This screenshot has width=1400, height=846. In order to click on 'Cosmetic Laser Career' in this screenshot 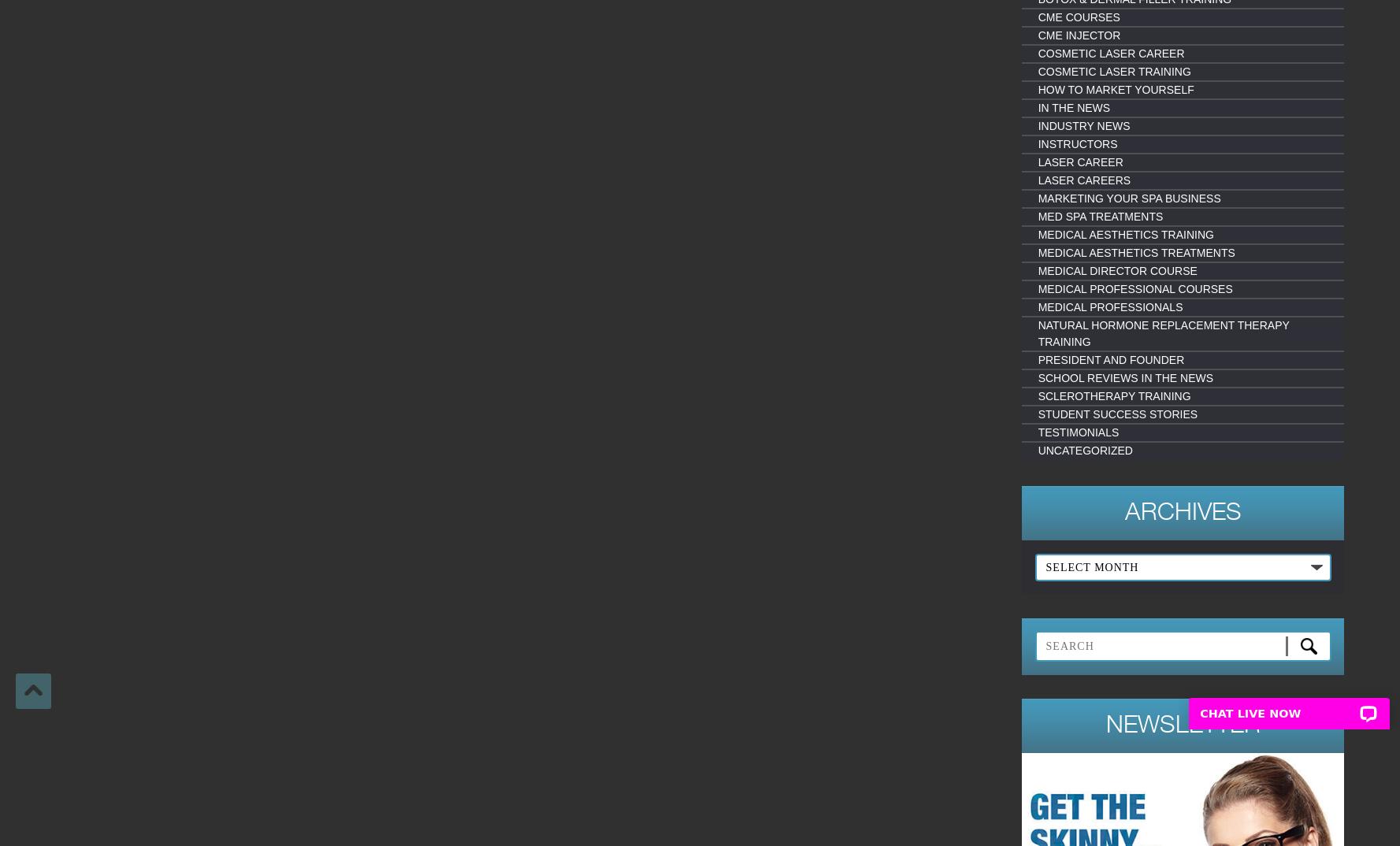, I will do `click(1110, 53)`.